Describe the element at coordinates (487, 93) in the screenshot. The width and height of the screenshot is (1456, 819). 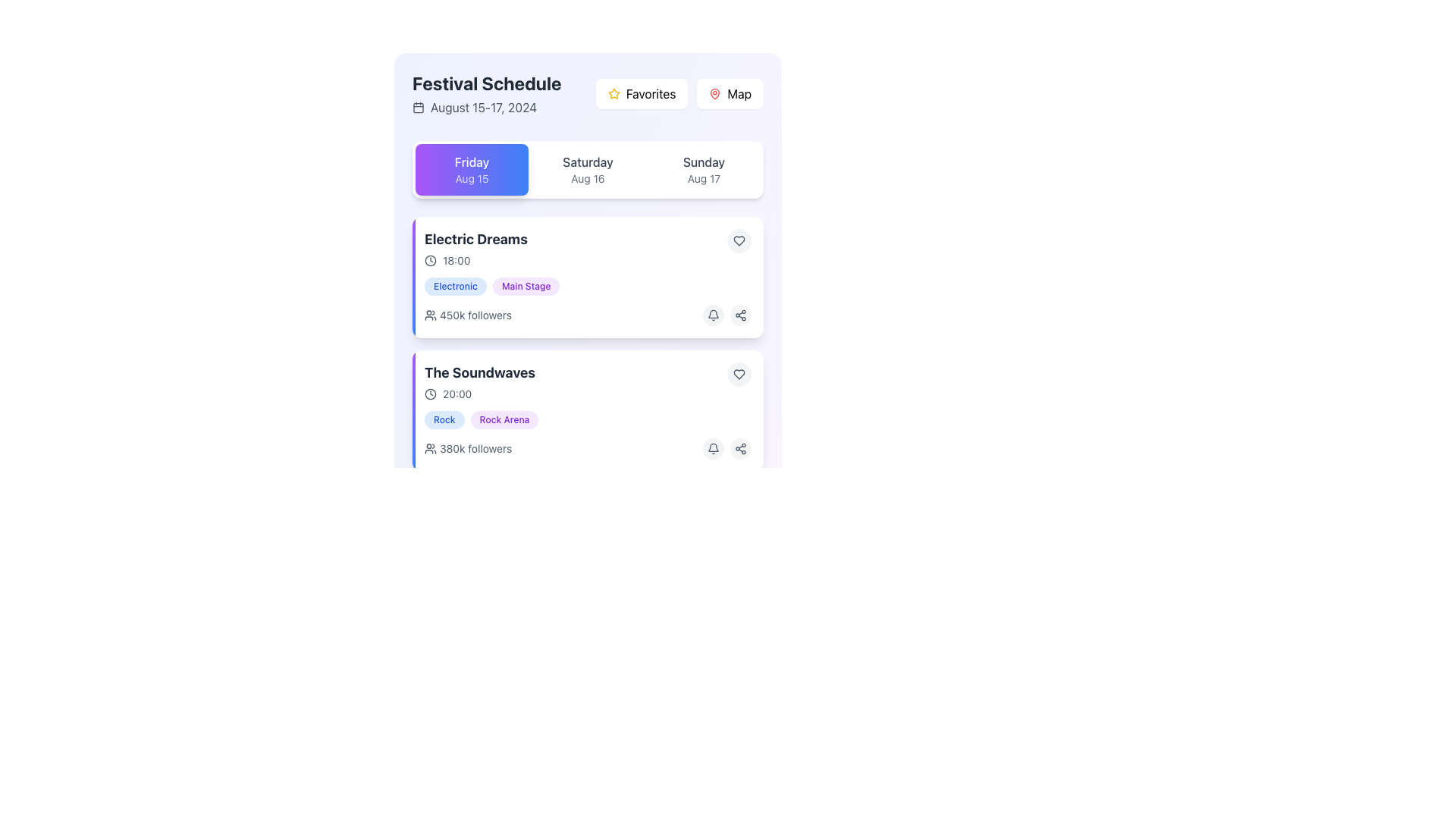
I see `the festival title and date indicator header located at the top-left section of the interface, directly below the page header` at that location.